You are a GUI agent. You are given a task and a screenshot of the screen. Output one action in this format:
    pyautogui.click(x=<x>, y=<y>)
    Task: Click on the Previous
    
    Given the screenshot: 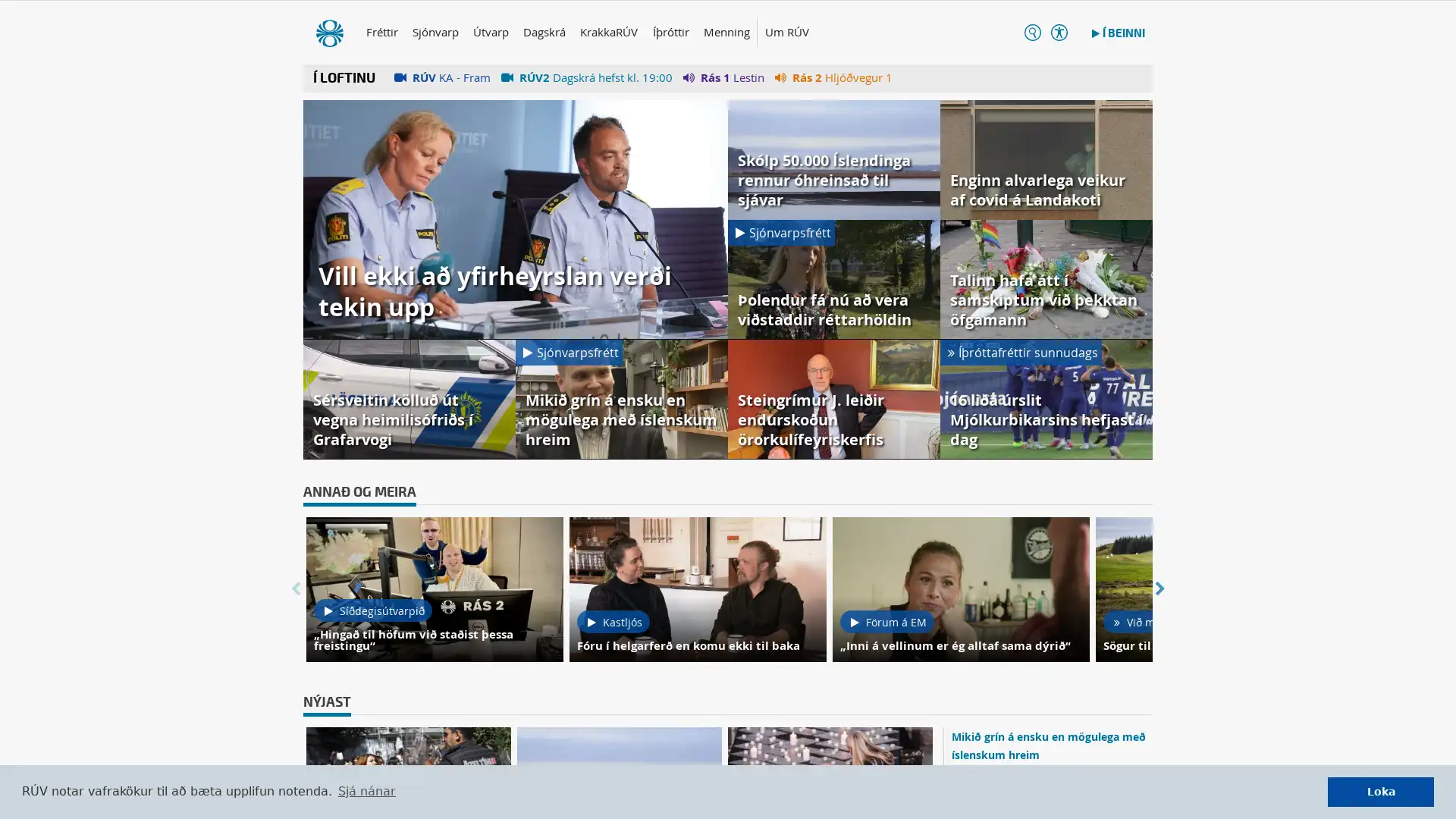 What is the action you would take?
    pyautogui.click(x=295, y=590)
    